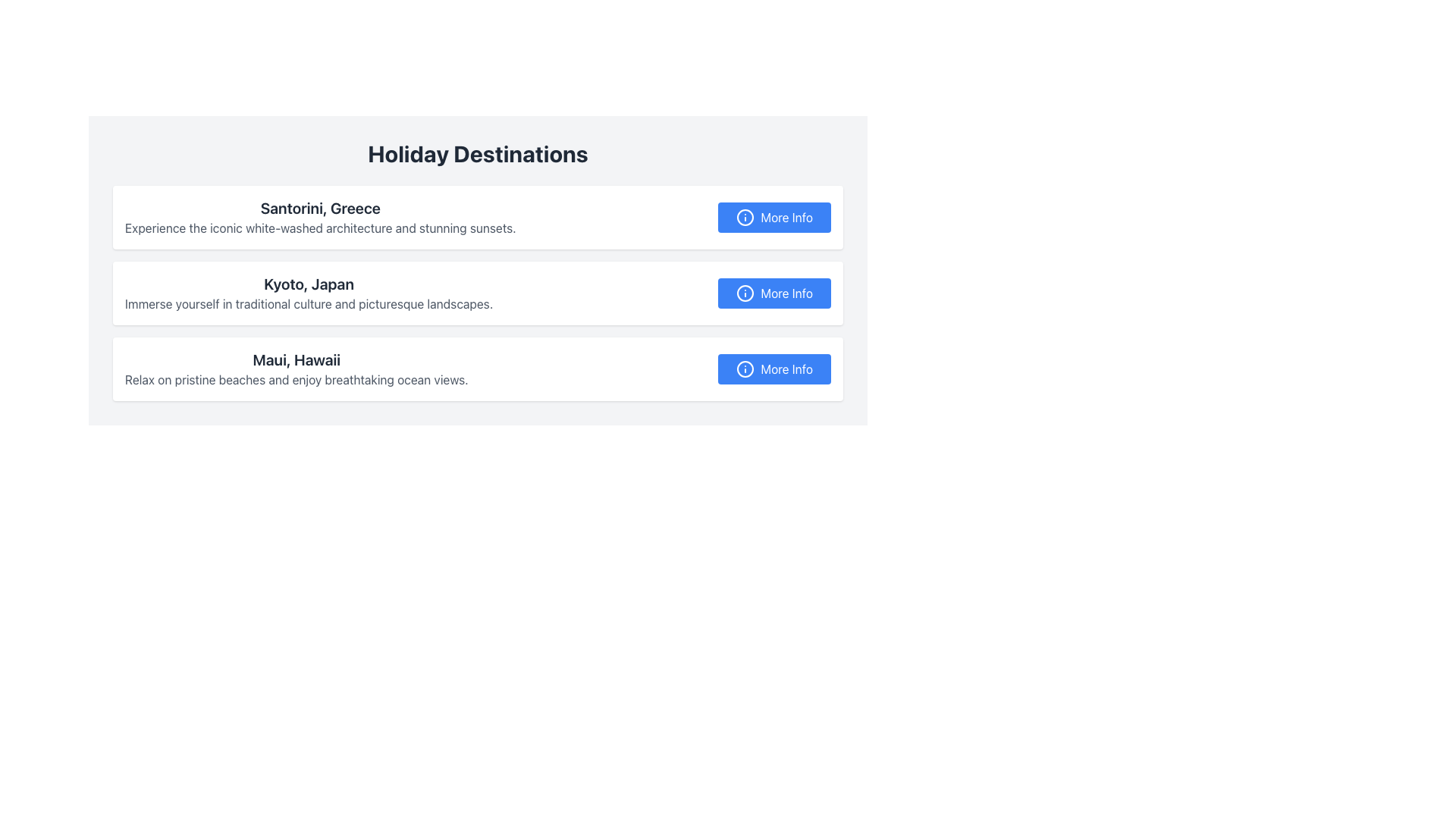 The width and height of the screenshot is (1456, 819). What do you see at coordinates (297, 379) in the screenshot?
I see `text displayed in gray that reads, 'Relax on pristine beaches and enjoy breathtaking ocean views.' which is located beneath the main title of the 'Maui, Hawaii' section` at bounding box center [297, 379].